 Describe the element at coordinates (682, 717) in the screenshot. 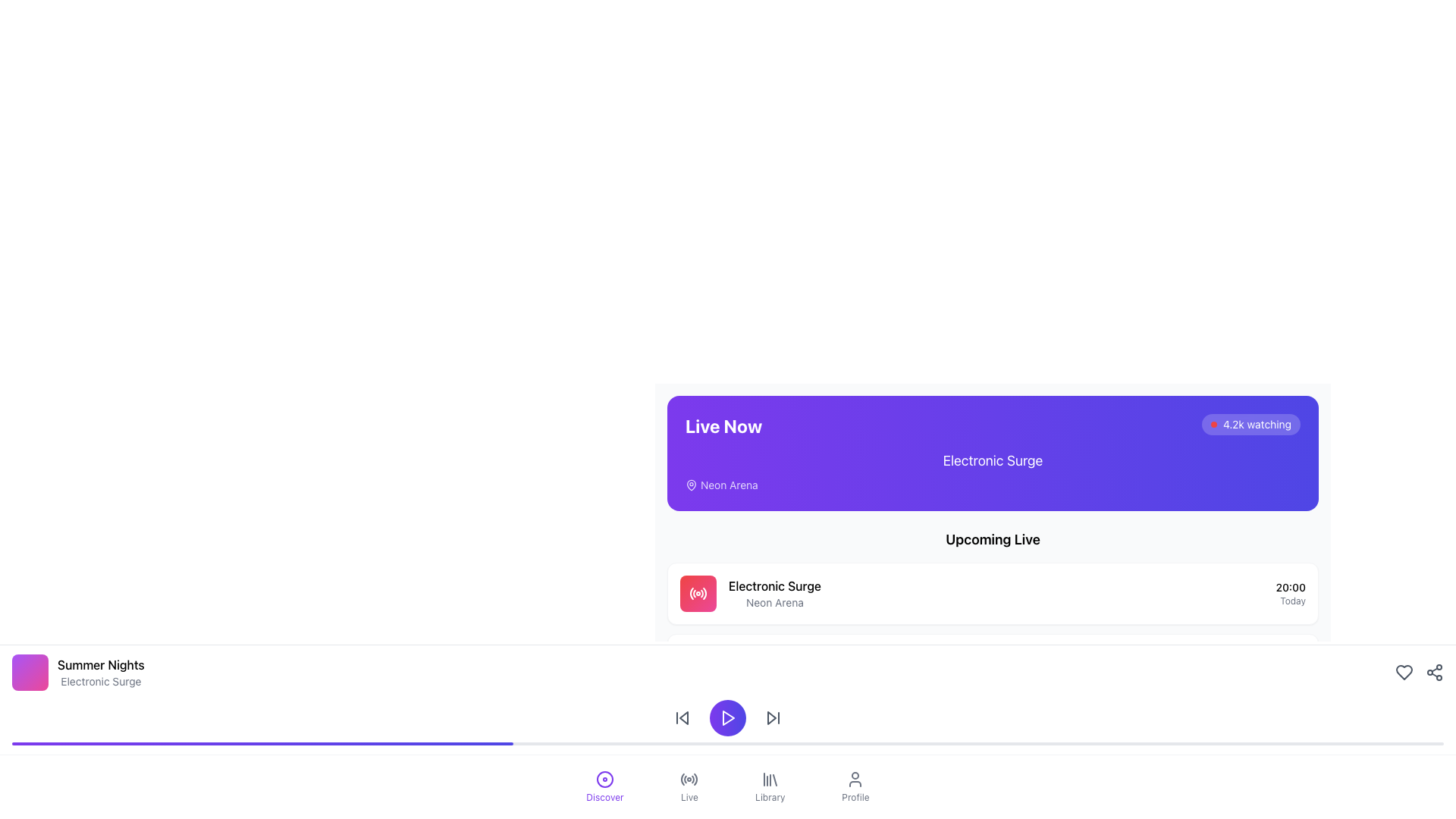

I see `the backward skip button icon on the playback control bar, which is styled as a graphical arrow icon and is the first of three control icons` at that location.